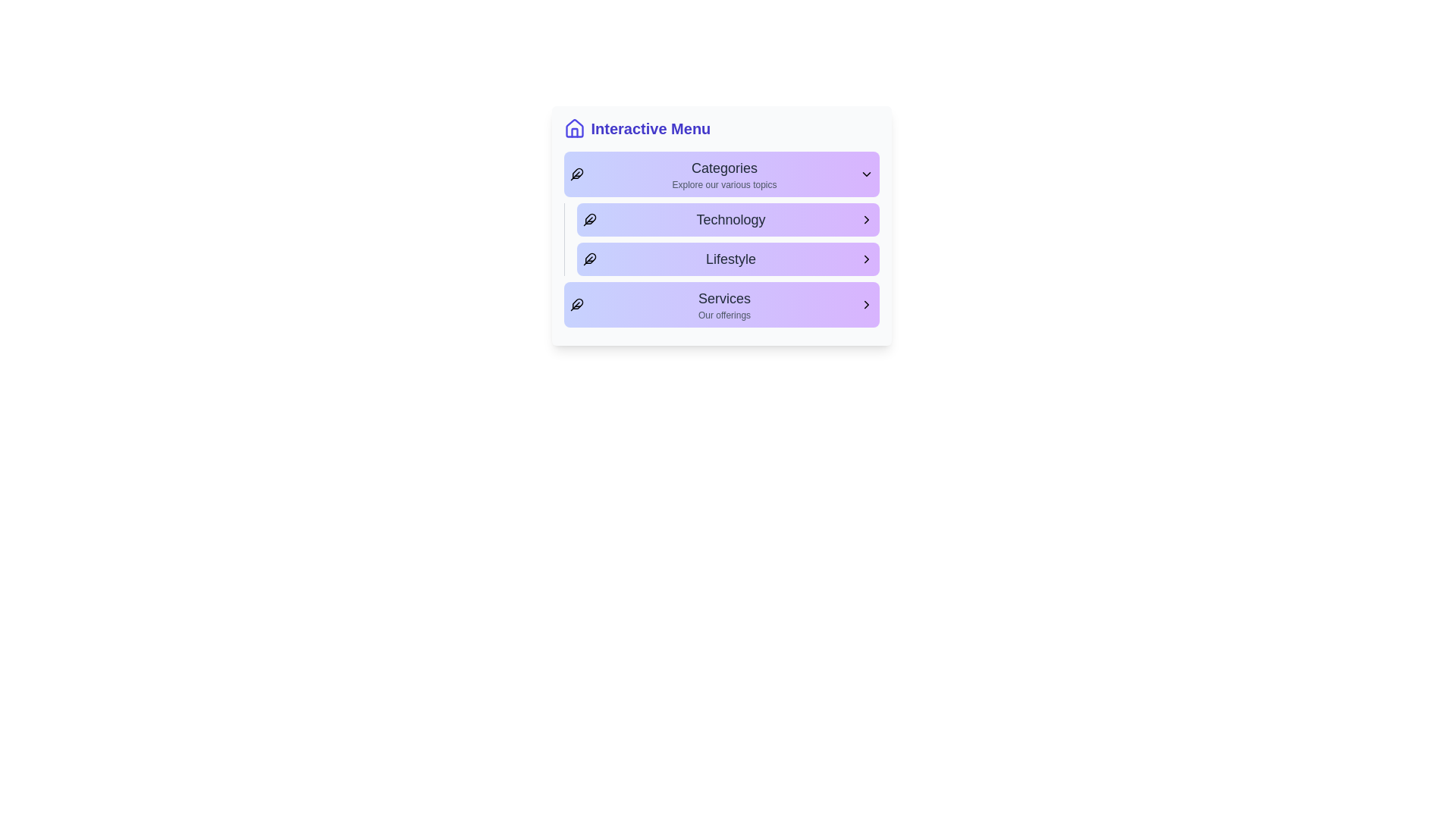  What do you see at coordinates (866, 219) in the screenshot?
I see `the arrow icon located at the far-right end of the 'Technology' button` at bounding box center [866, 219].